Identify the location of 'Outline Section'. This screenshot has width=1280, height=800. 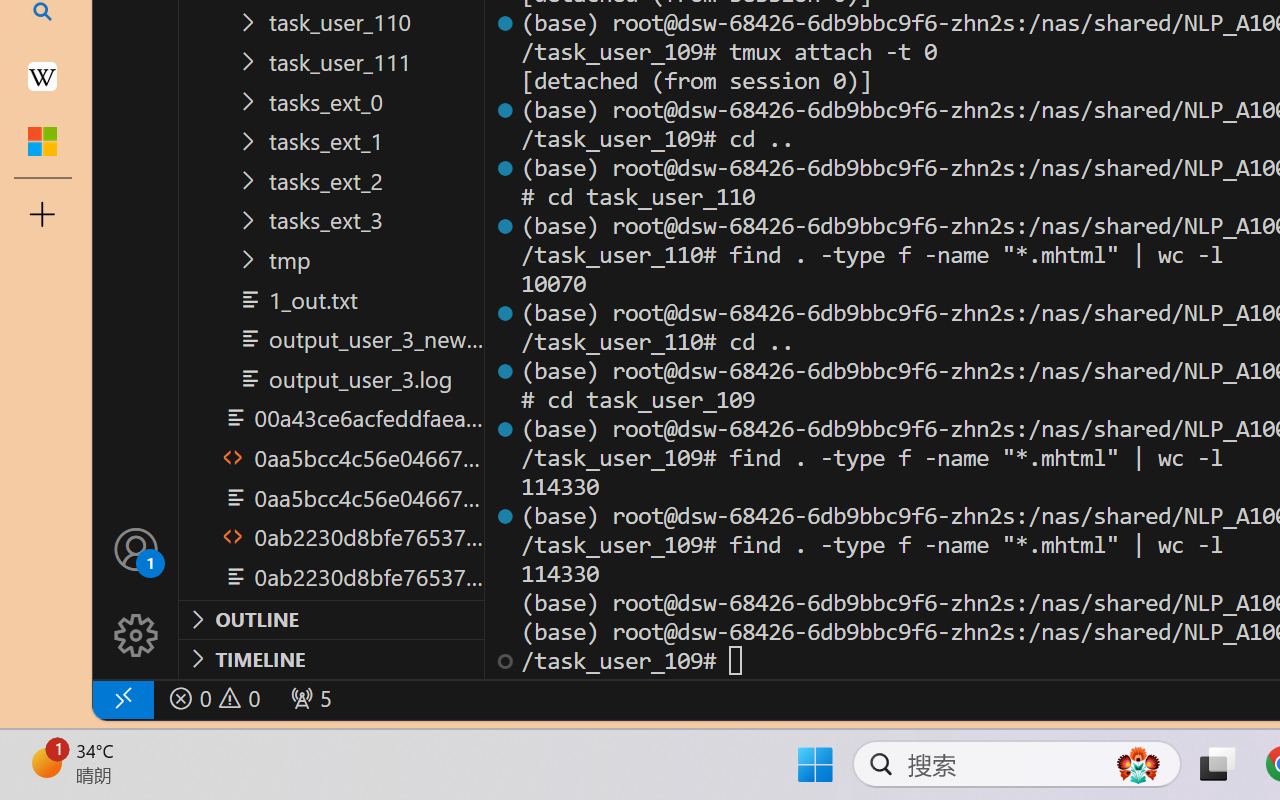
(331, 619).